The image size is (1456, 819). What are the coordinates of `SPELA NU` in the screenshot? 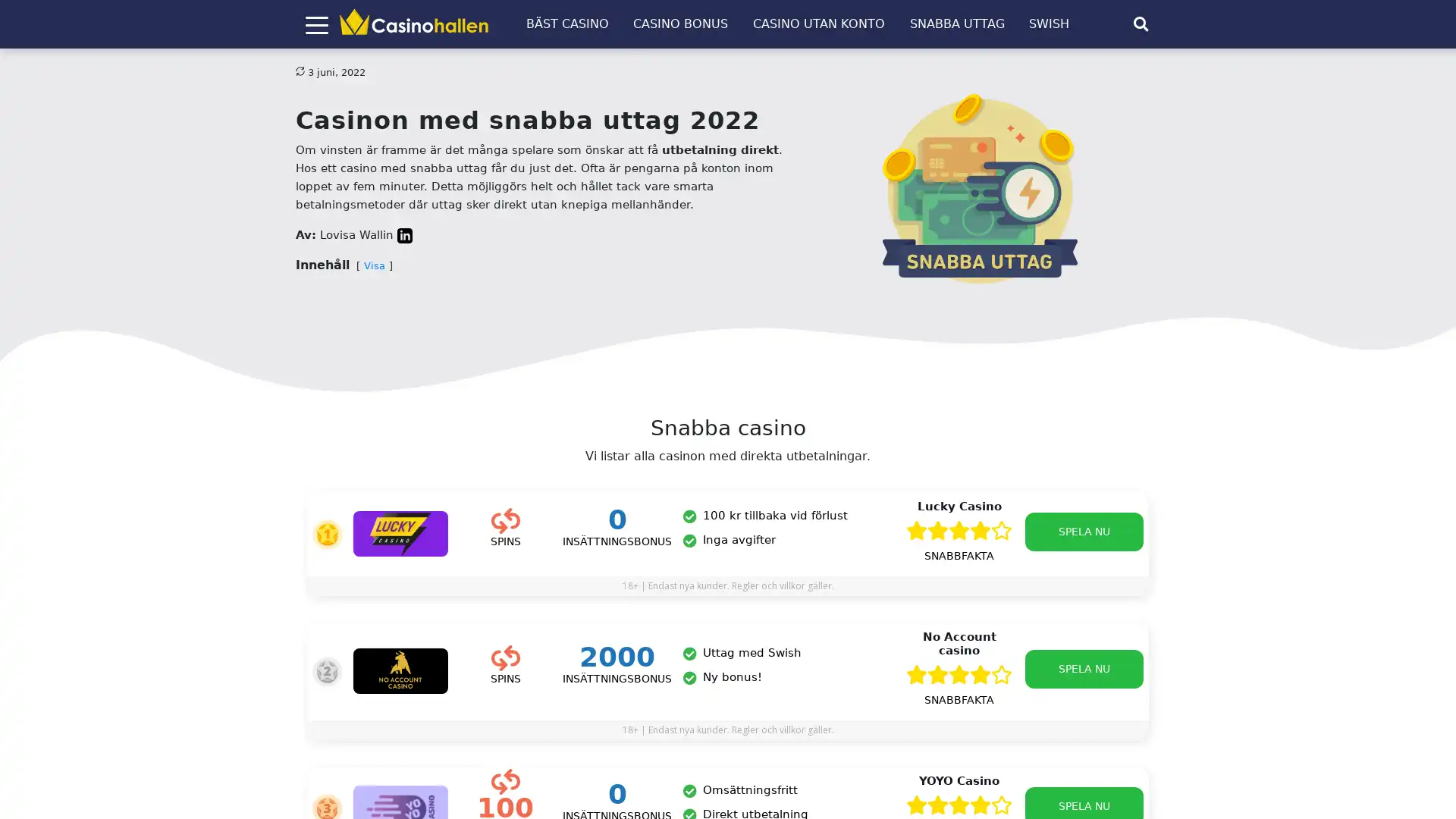 It's located at (1078, 733).